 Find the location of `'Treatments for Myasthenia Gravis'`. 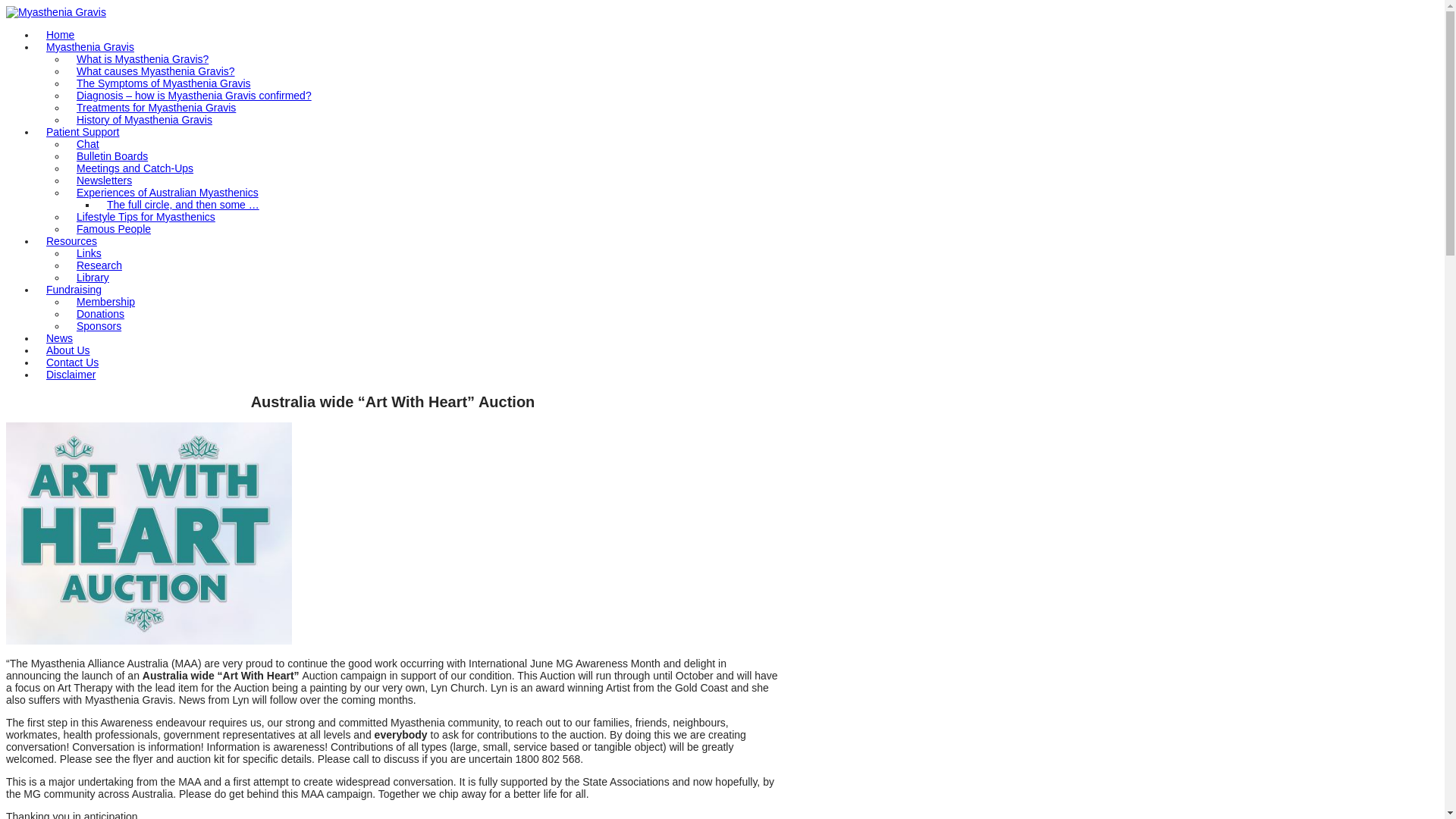

'Treatments for Myasthenia Gravis' is located at coordinates (156, 107).